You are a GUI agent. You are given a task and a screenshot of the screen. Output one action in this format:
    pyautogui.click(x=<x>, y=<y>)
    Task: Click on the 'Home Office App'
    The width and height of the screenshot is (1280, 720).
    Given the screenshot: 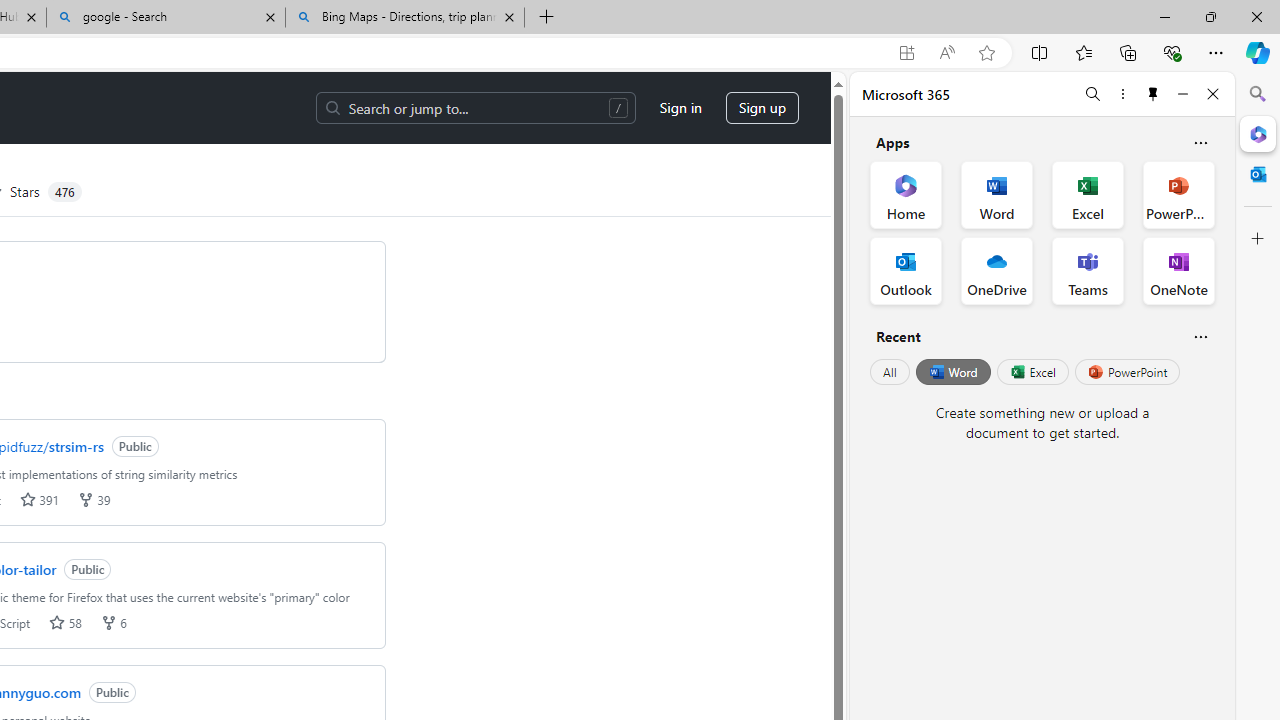 What is the action you would take?
    pyautogui.click(x=905, y=195)
    